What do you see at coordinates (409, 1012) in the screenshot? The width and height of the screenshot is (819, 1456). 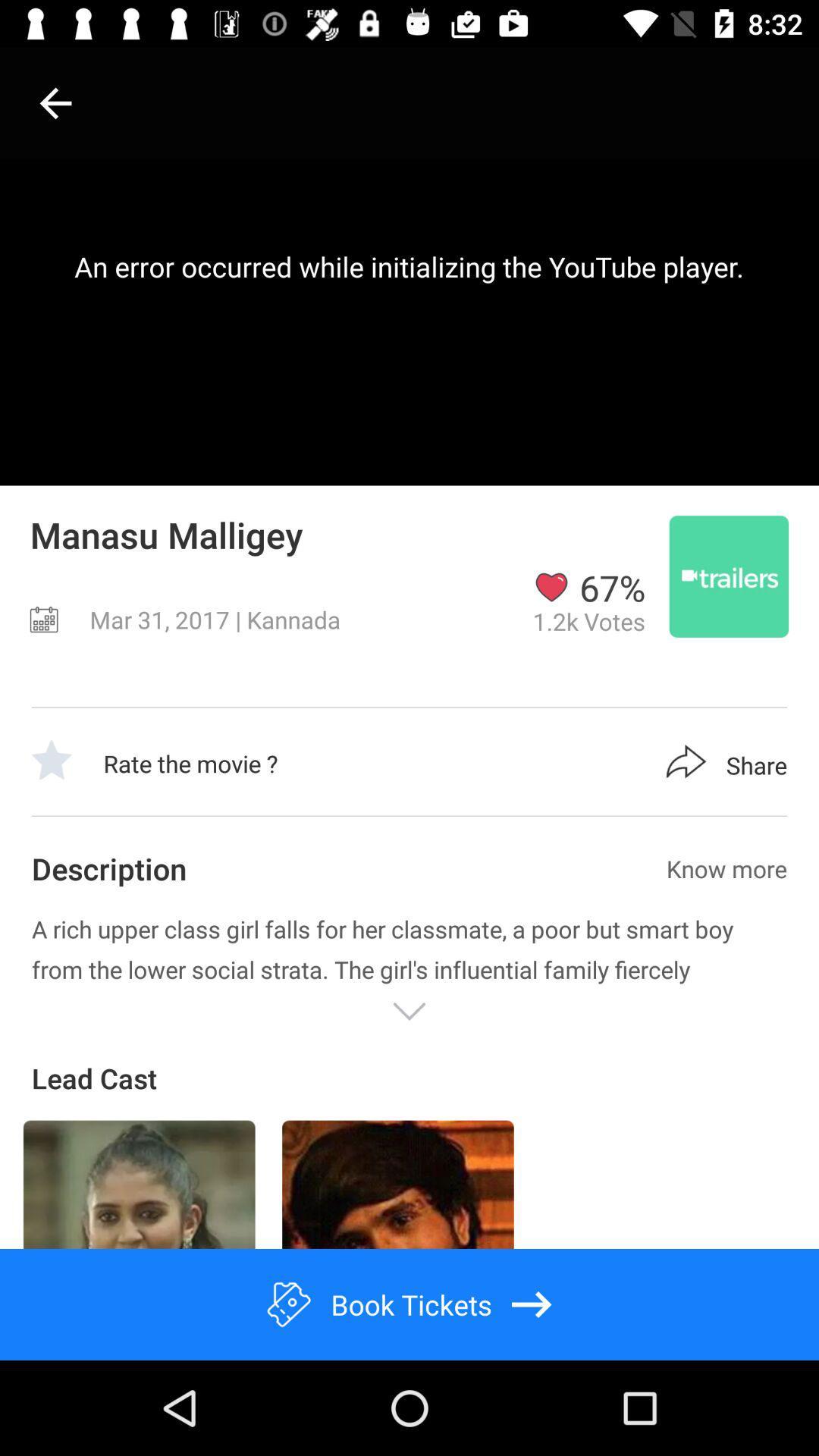 I see `reveal rest of article` at bounding box center [409, 1012].